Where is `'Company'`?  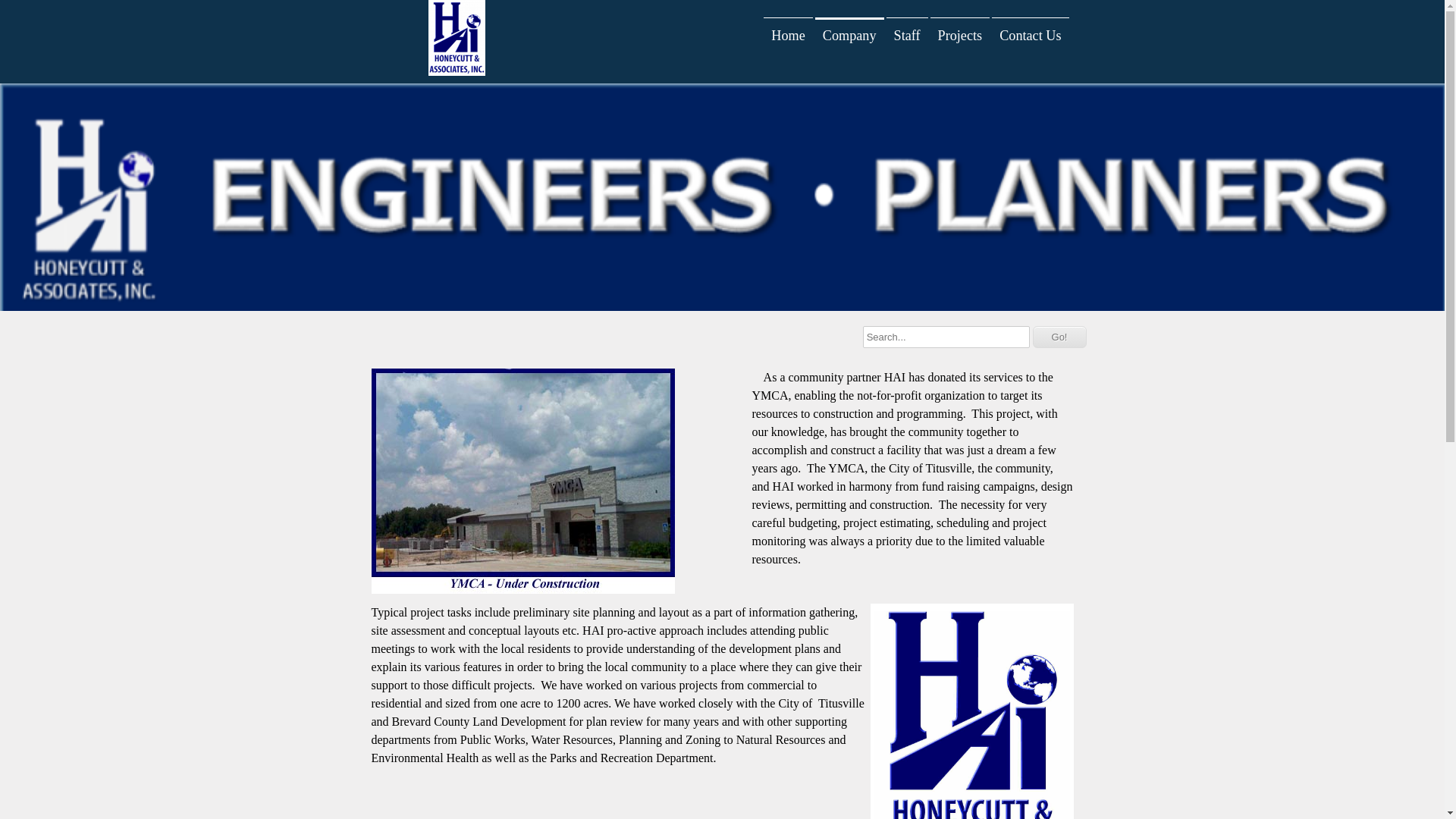
'Company' is located at coordinates (849, 34).